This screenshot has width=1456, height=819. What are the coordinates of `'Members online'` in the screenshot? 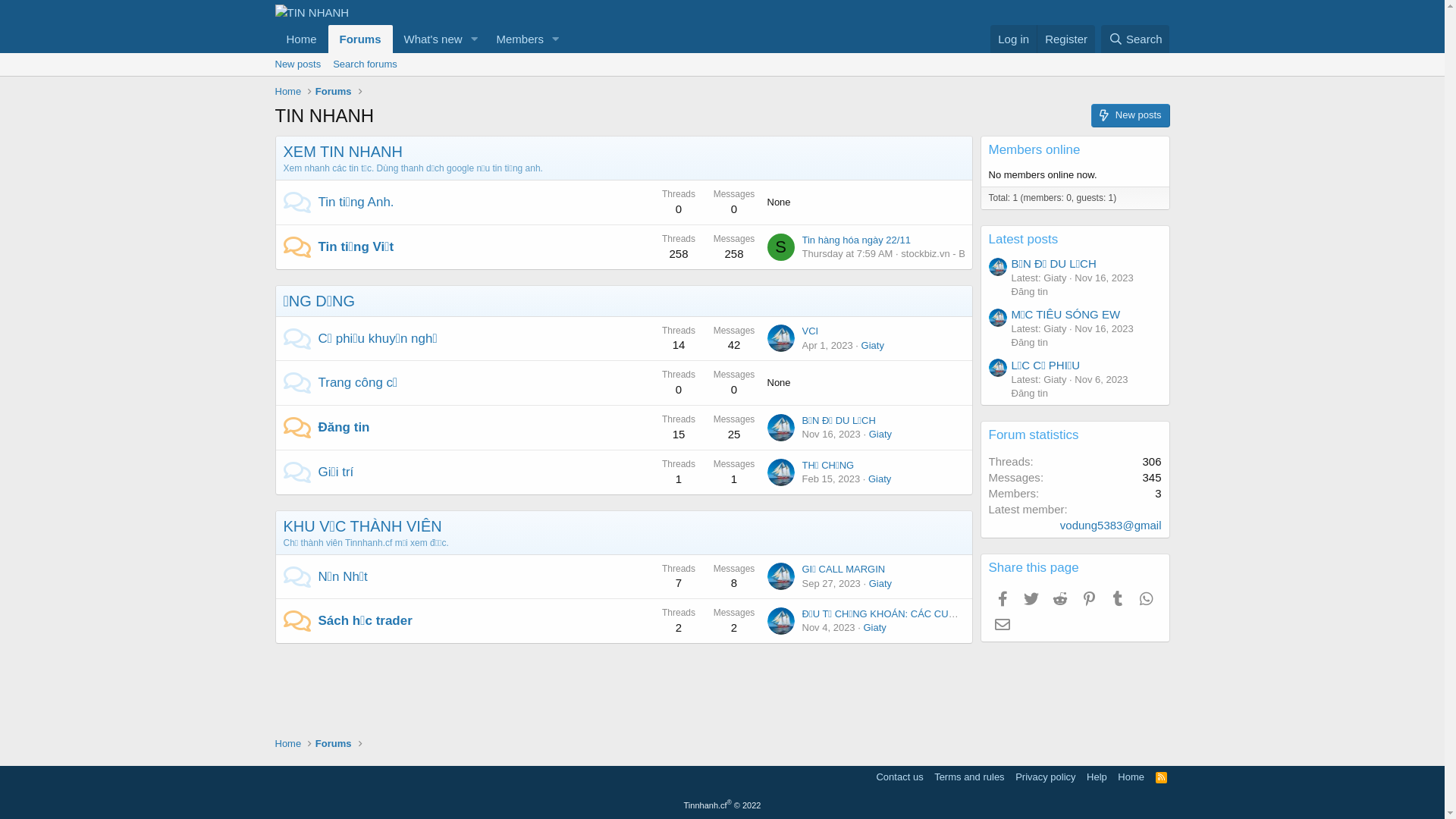 It's located at (989, 149).